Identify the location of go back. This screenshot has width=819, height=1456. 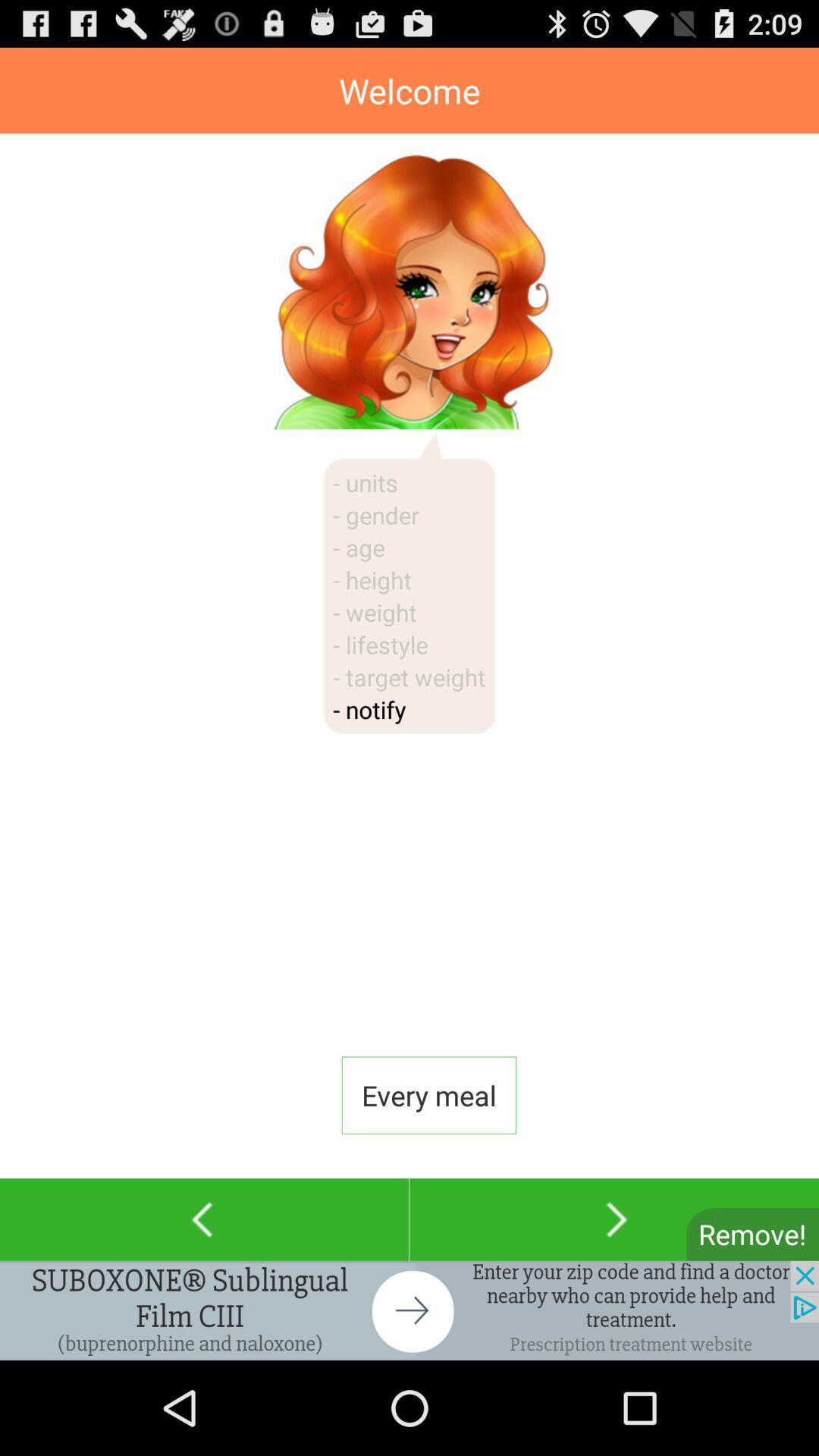
(203, 1219).